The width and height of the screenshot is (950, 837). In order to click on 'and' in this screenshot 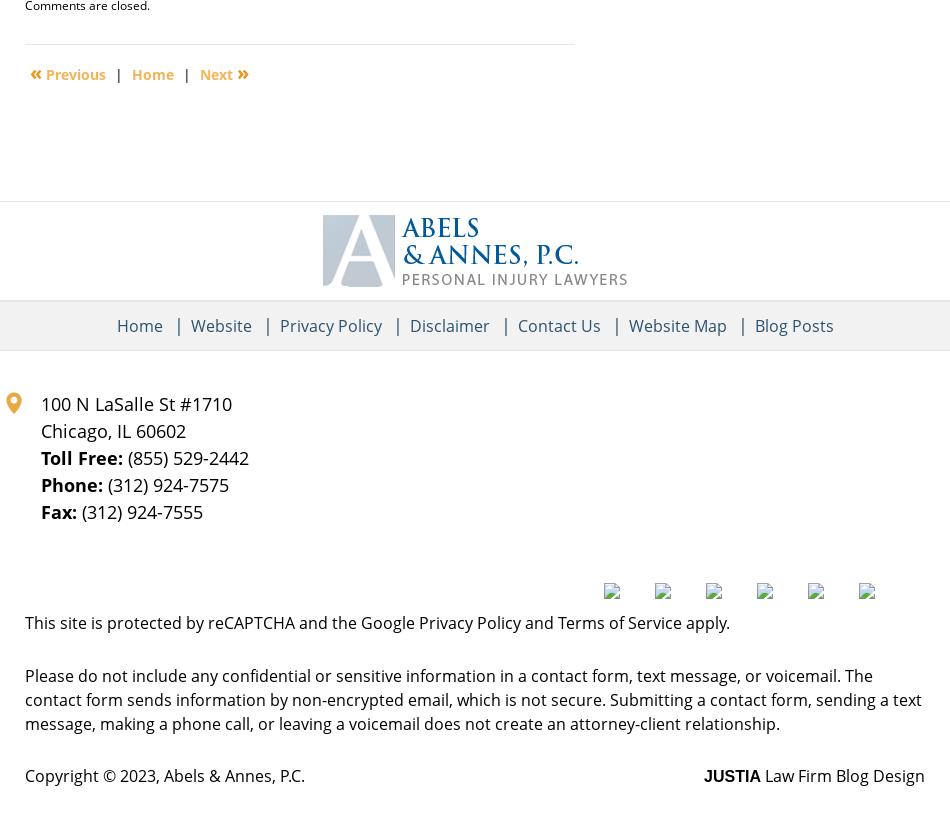, I will do `click(539, 621)`.